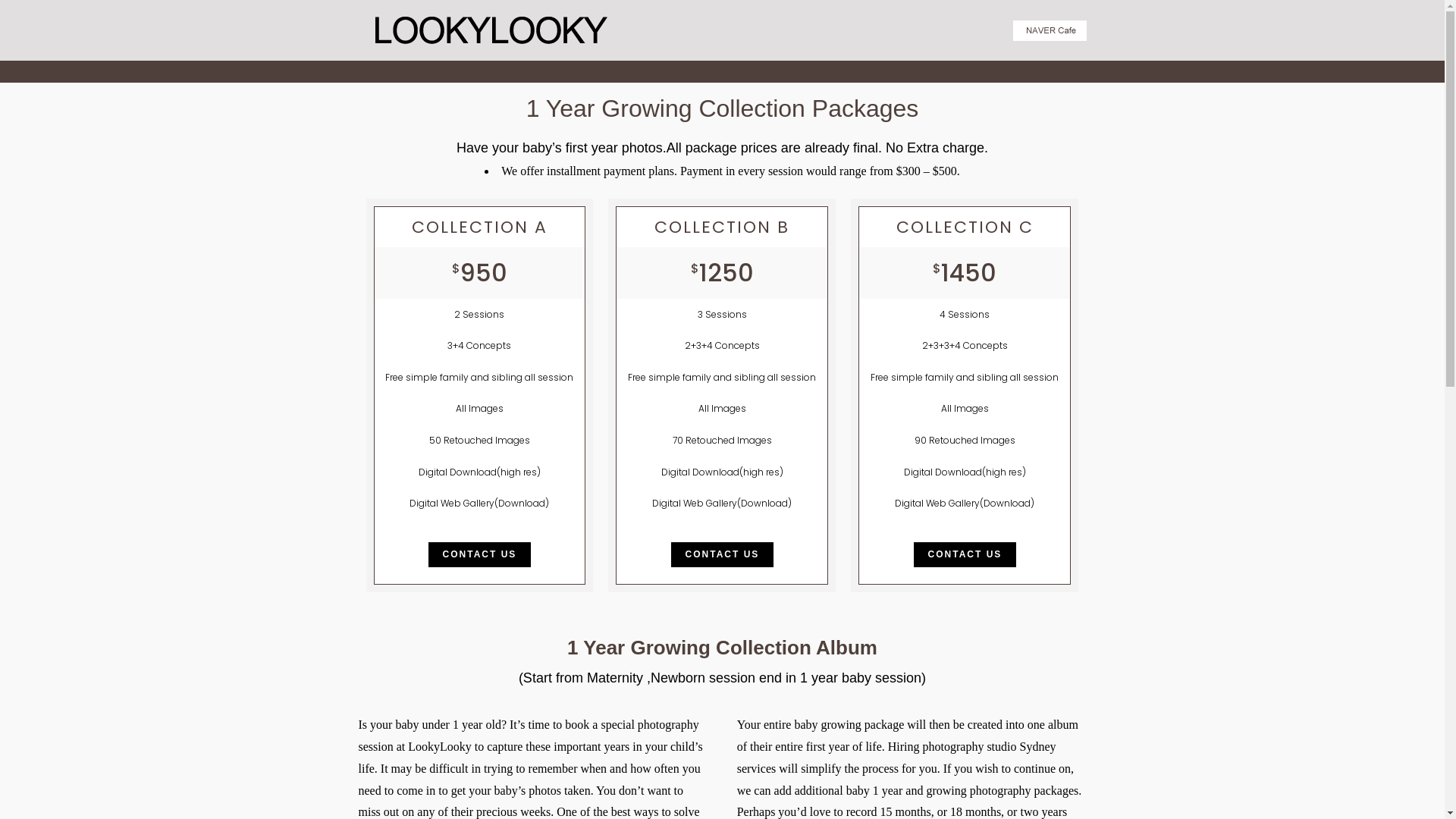 The height and width of the screenshot is (819, 1456). I want to click on 'CONTACT US', so click(912, 554).